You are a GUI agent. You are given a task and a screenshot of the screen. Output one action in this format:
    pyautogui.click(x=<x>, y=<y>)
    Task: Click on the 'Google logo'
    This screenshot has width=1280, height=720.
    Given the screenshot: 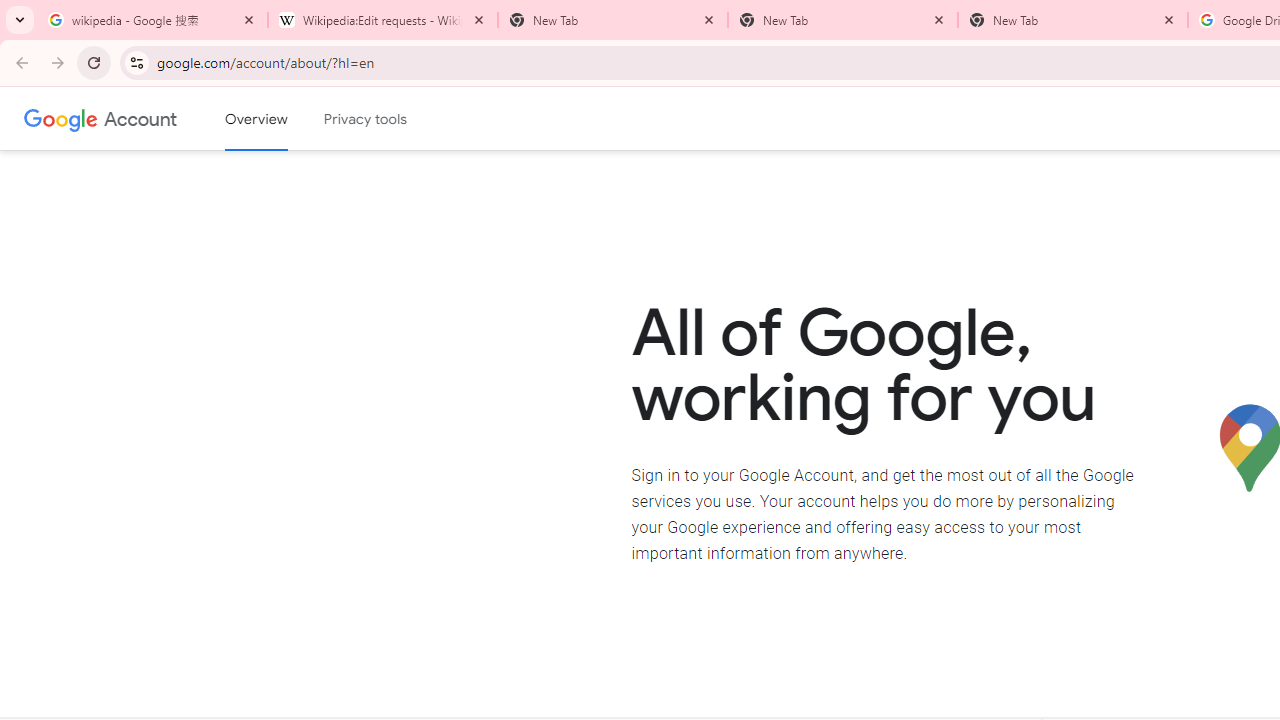 What is the action you would take?
    pyautogui.click(x=61, y=118)
    